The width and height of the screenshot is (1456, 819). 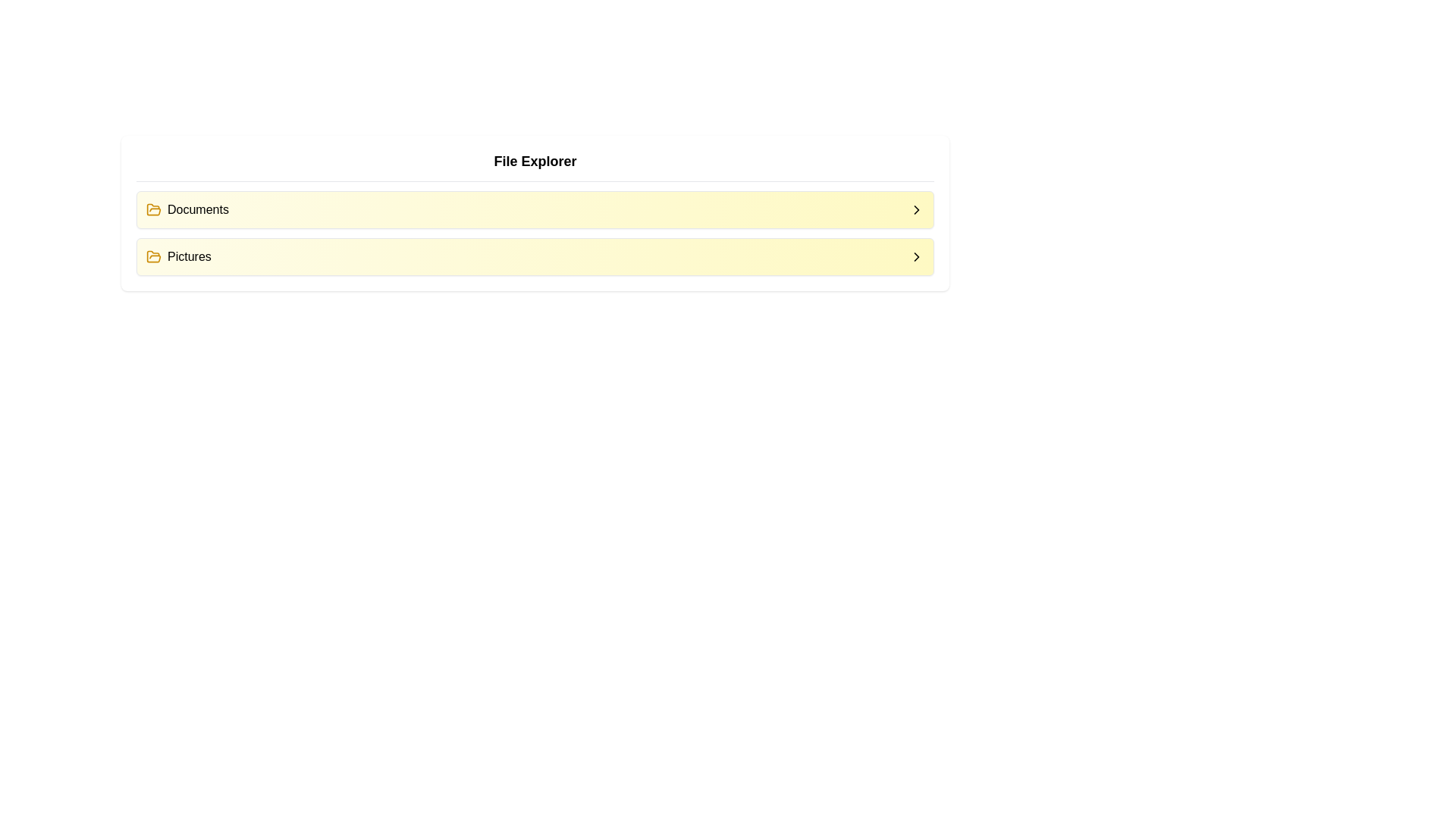 I want to click on the open folder icon representing the 'Documents' folder in the file explorer interface for informational purposes, so click(x=153, y=256).